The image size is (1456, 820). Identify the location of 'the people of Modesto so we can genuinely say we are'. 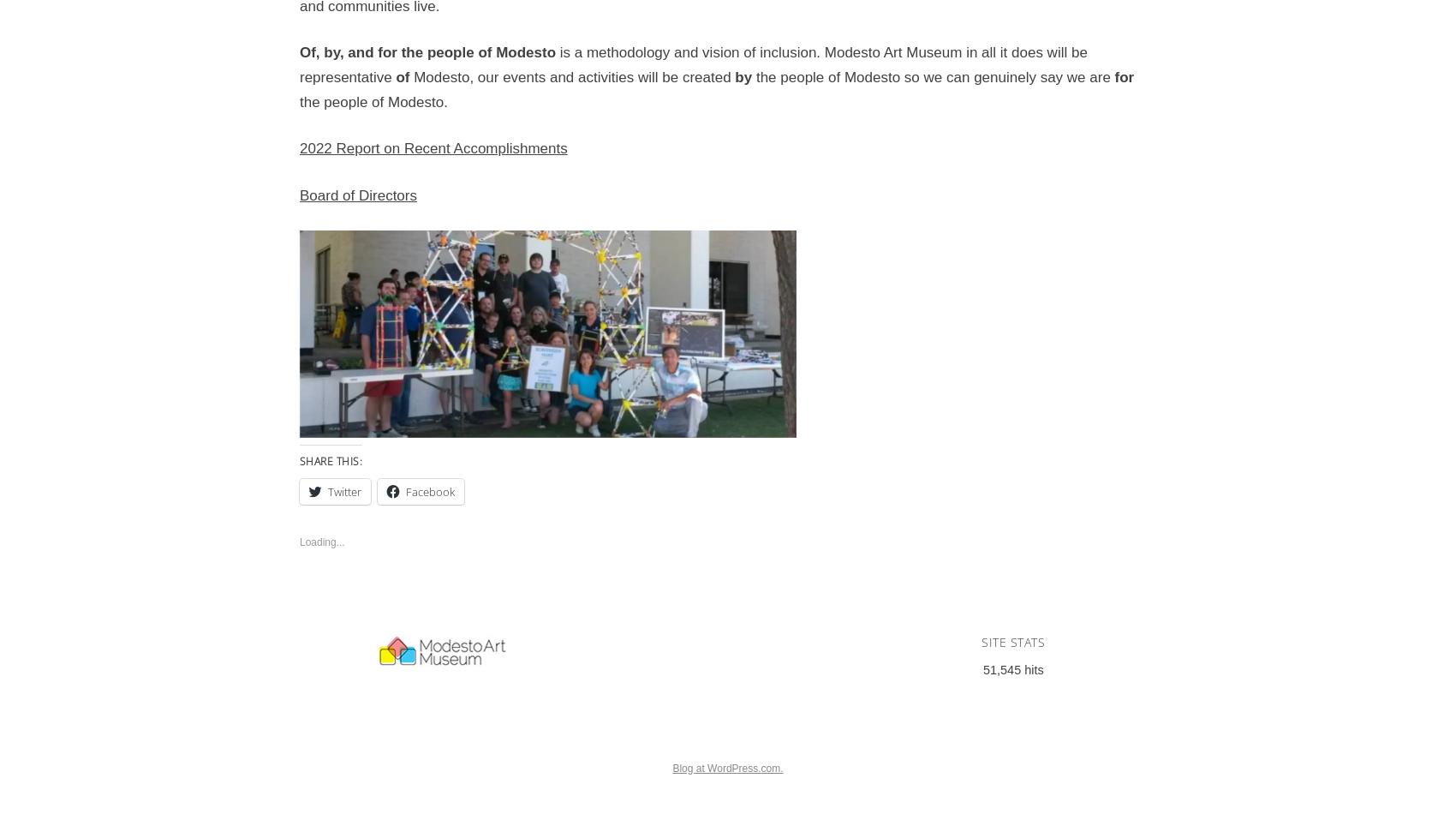
(933, 76).